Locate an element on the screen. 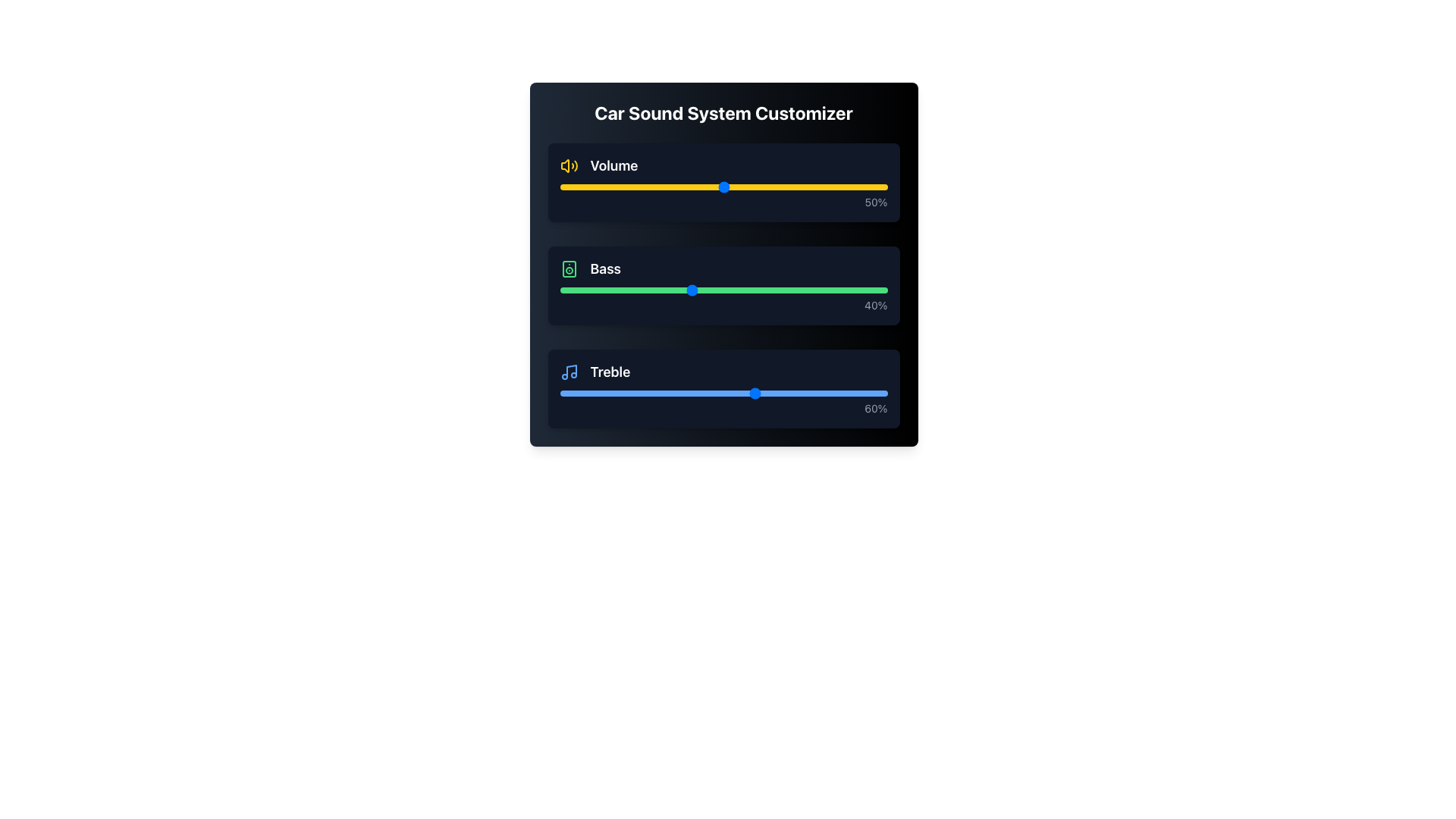  the yellow speaker icon with sound waves that is positioned to the left of the 'Volume' label in the settings interface is located at coordinates (568, 166).